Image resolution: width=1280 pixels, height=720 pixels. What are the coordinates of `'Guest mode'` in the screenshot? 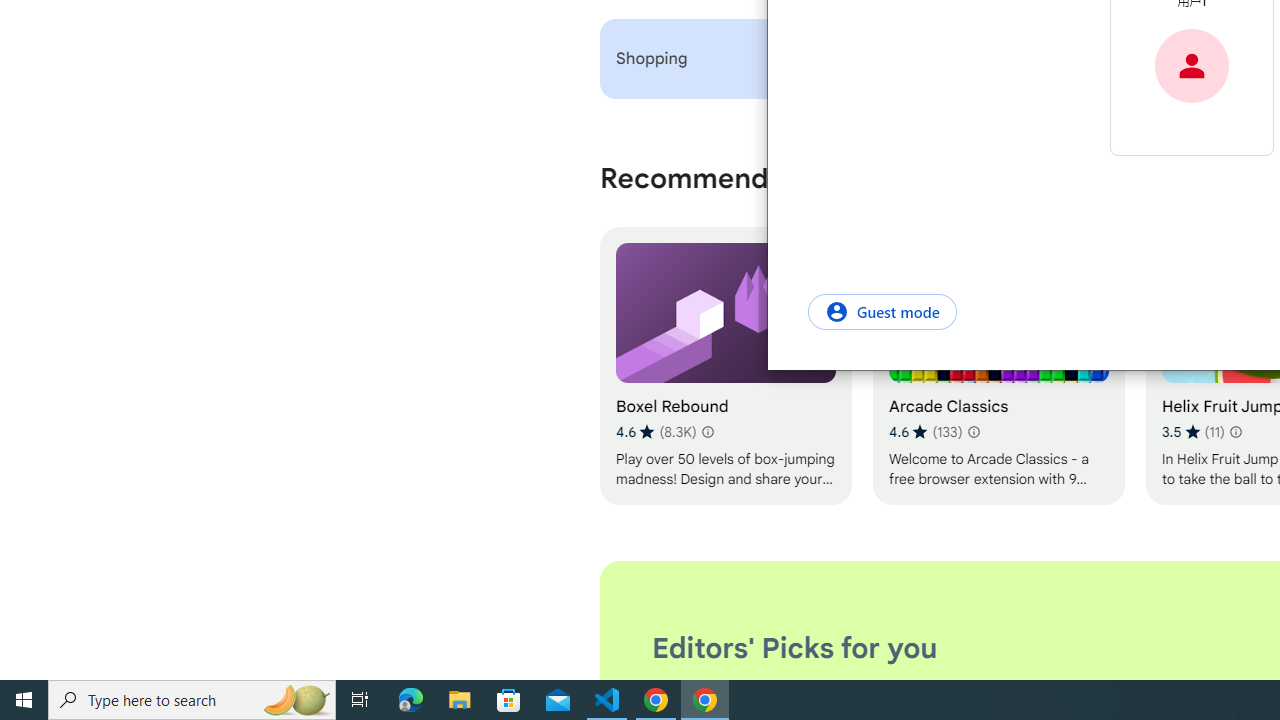 It's located at (881, 311).